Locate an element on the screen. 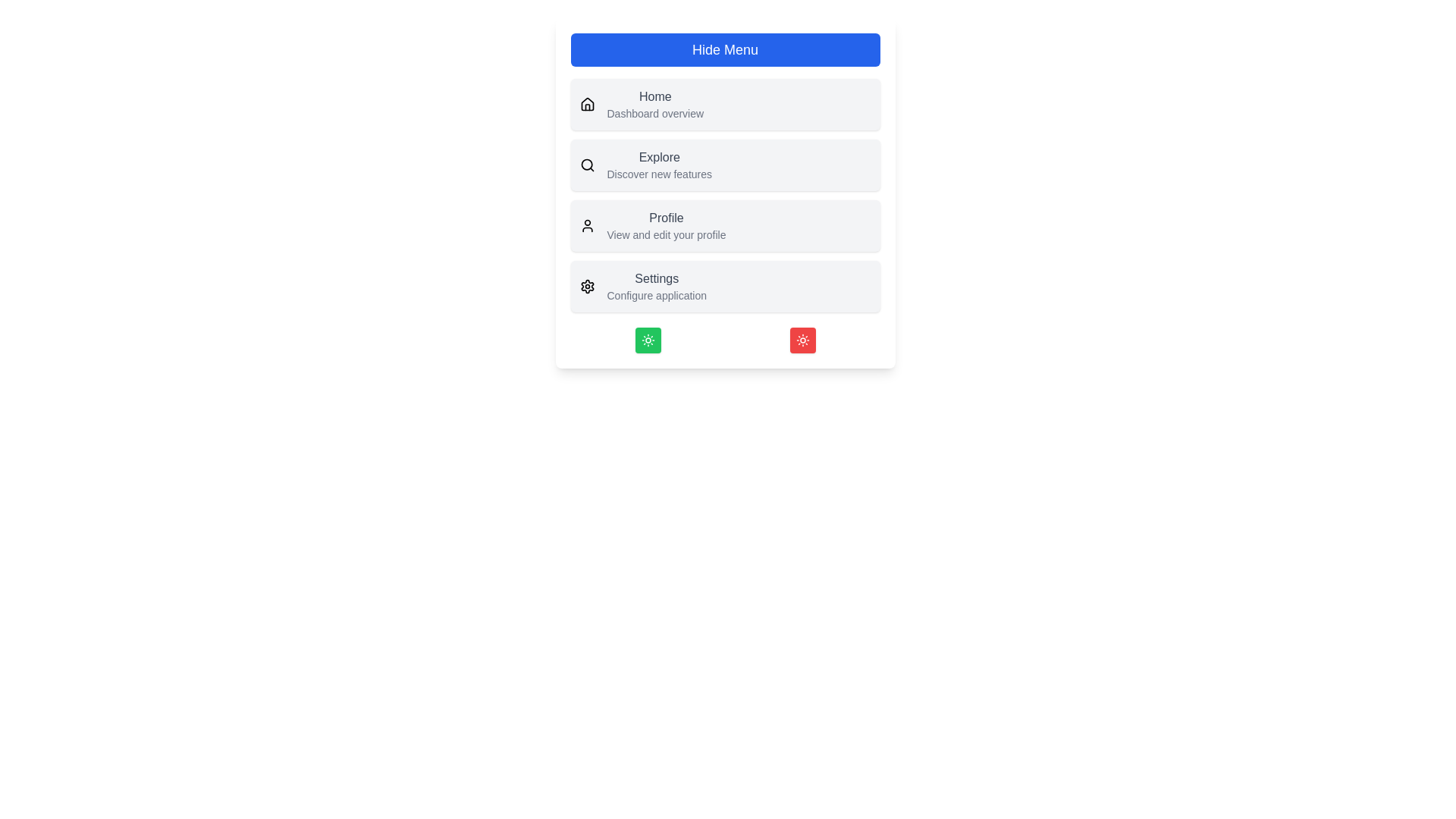 Image resolution: width=1456 pixels, height=819 pixels. the green action button at the bottom is located at coordinates (648, 339).